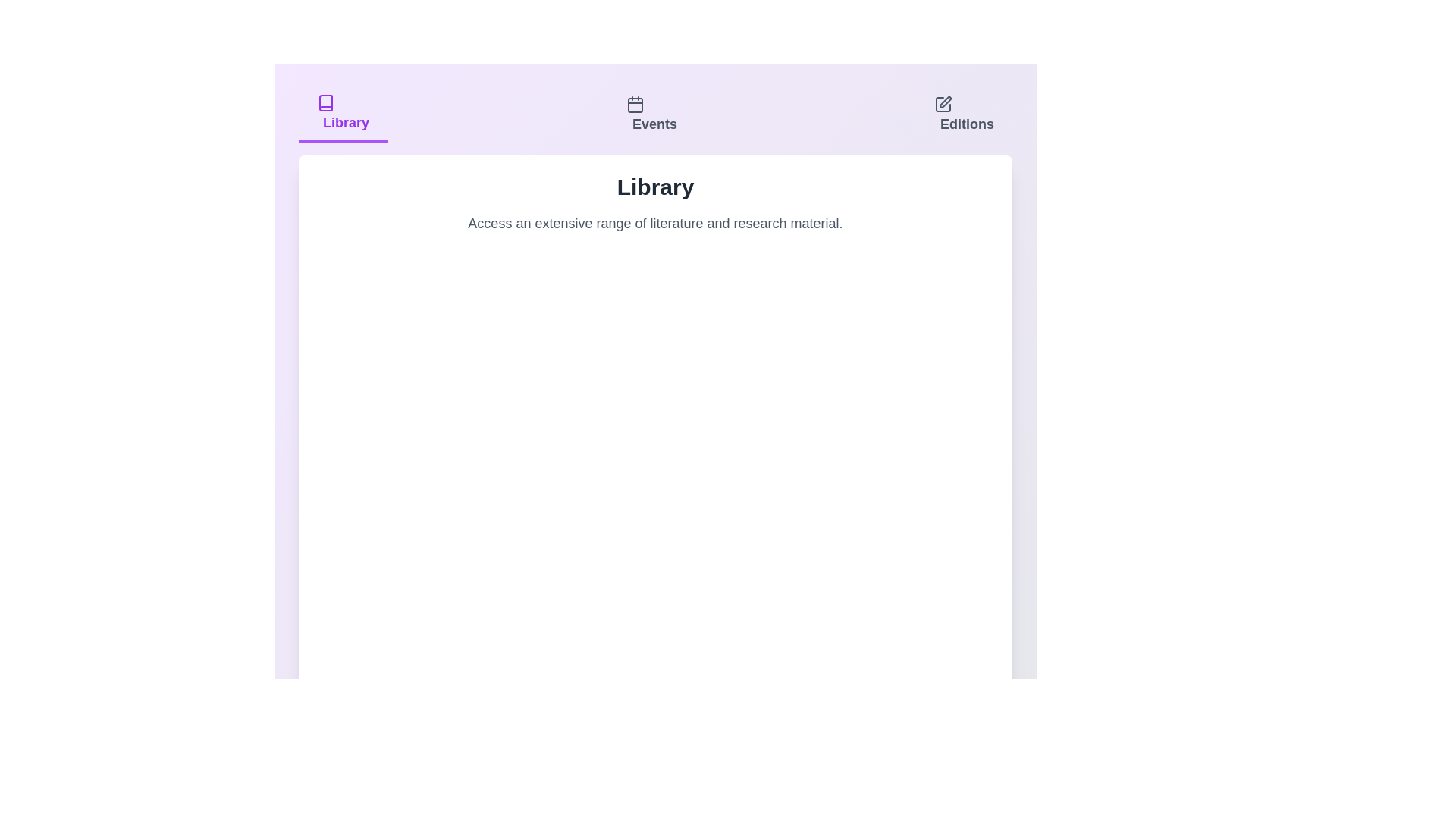 The image size is (1456, 819). Describe the element at coordinates (963, 114) in the screenshot. I see `the Editions tab to change the active tab` at that location.